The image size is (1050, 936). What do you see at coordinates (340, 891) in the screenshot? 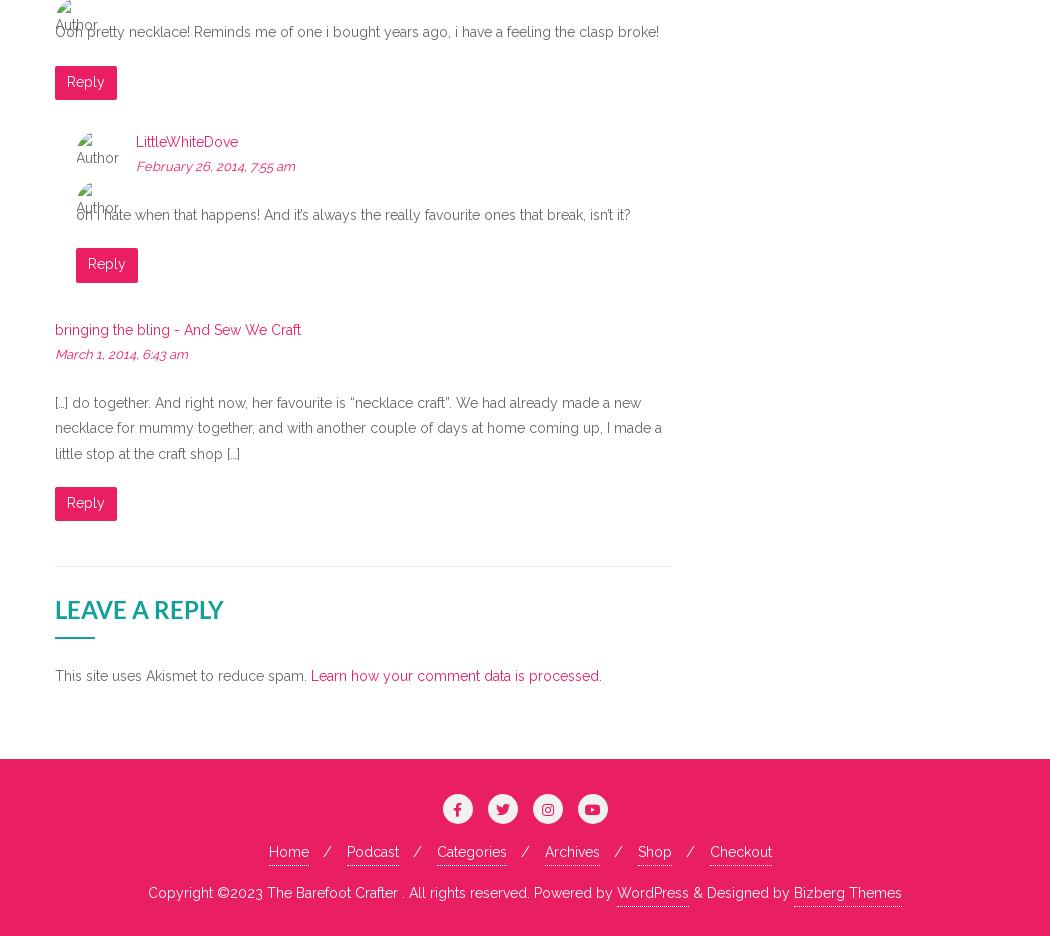
I see `'Copyright ©2023 
				
		The Barefoot Crafter
		. All rights reserved.'` at bounding box center [340, 891].